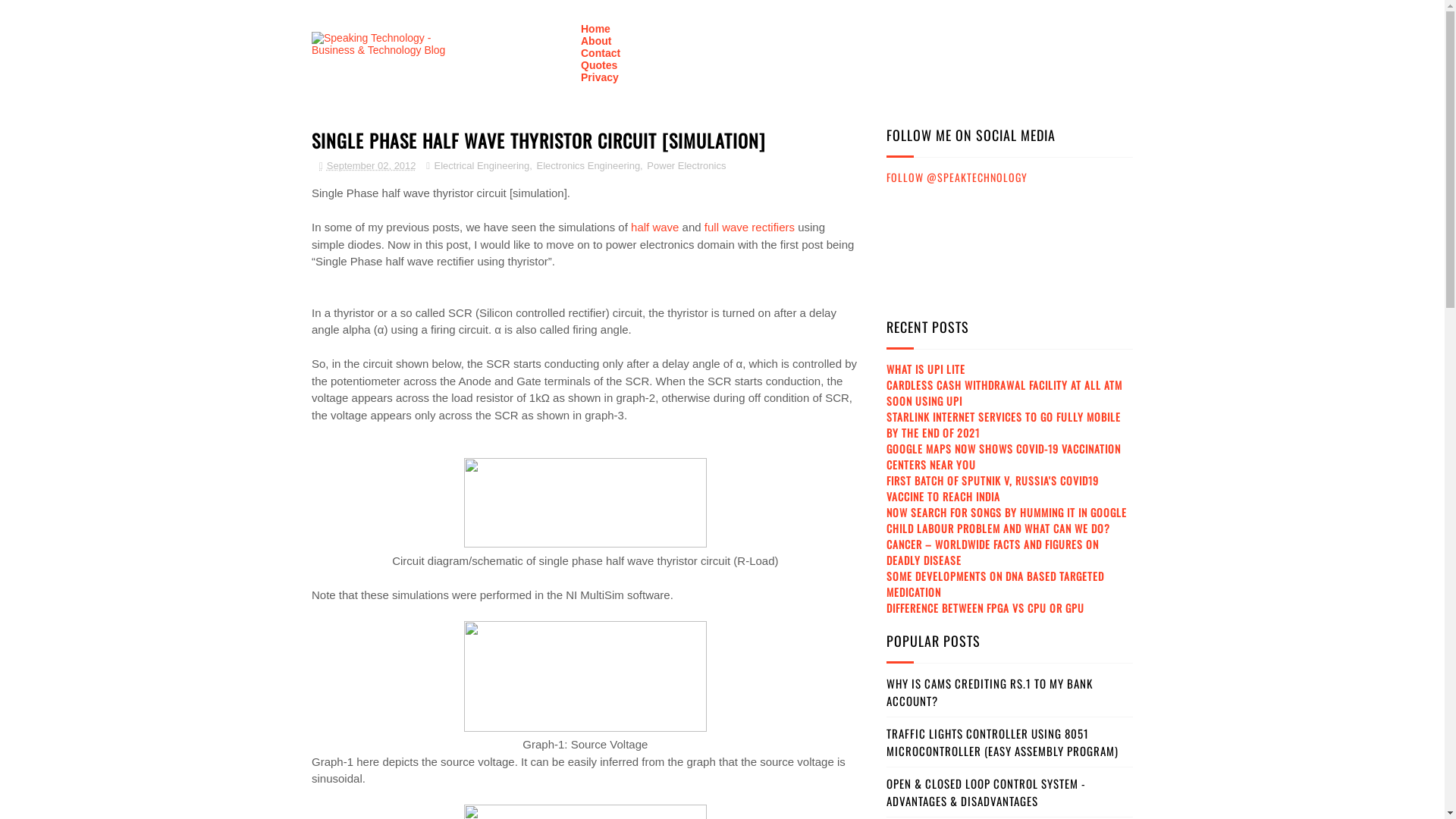 The image size is (1456, 819). I want to click on 'About', so click(580, 40).